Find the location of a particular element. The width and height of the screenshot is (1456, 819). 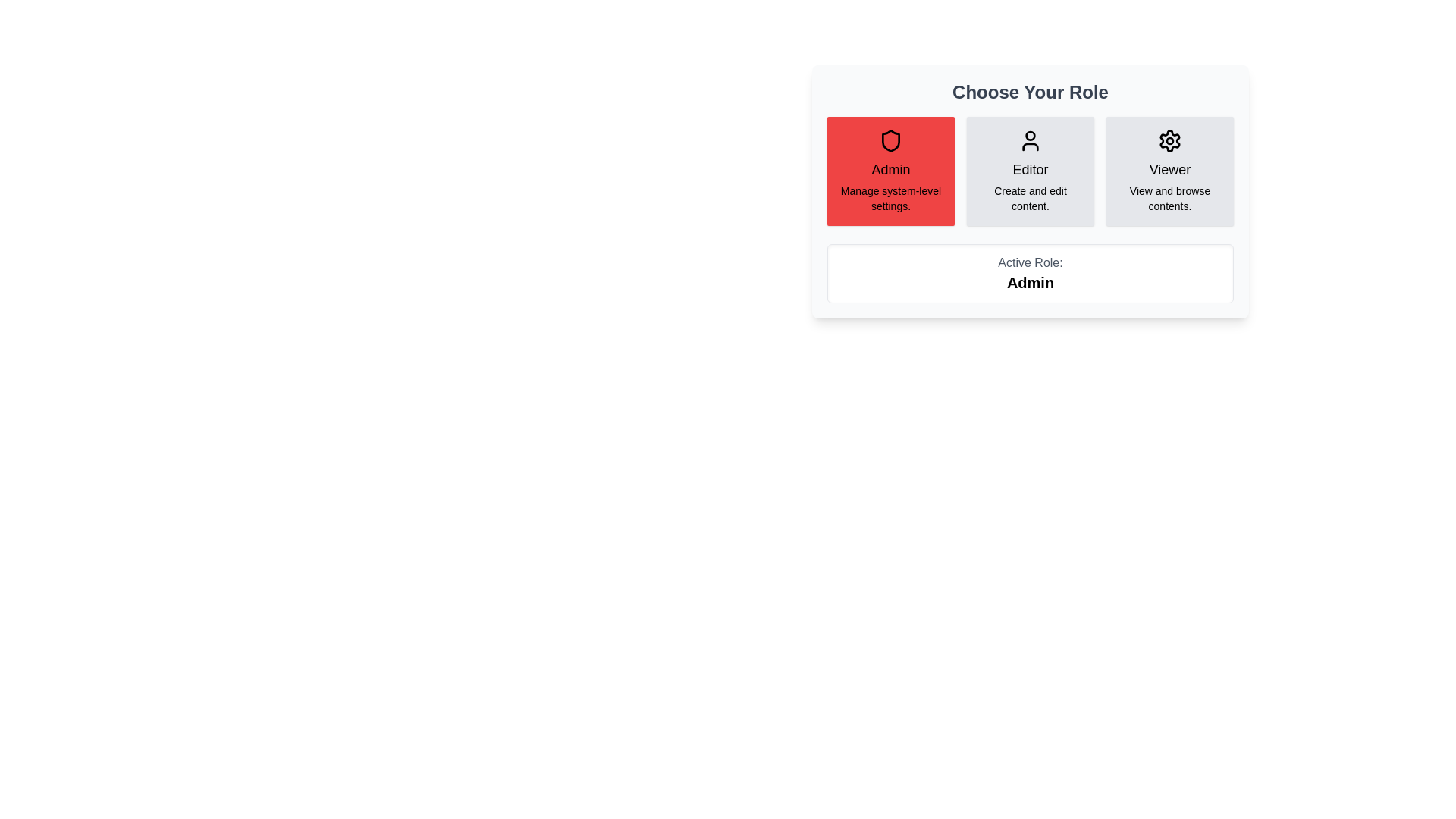

the role Viewer by clicking on its corresponding button is located at coordinates (1169, 171).